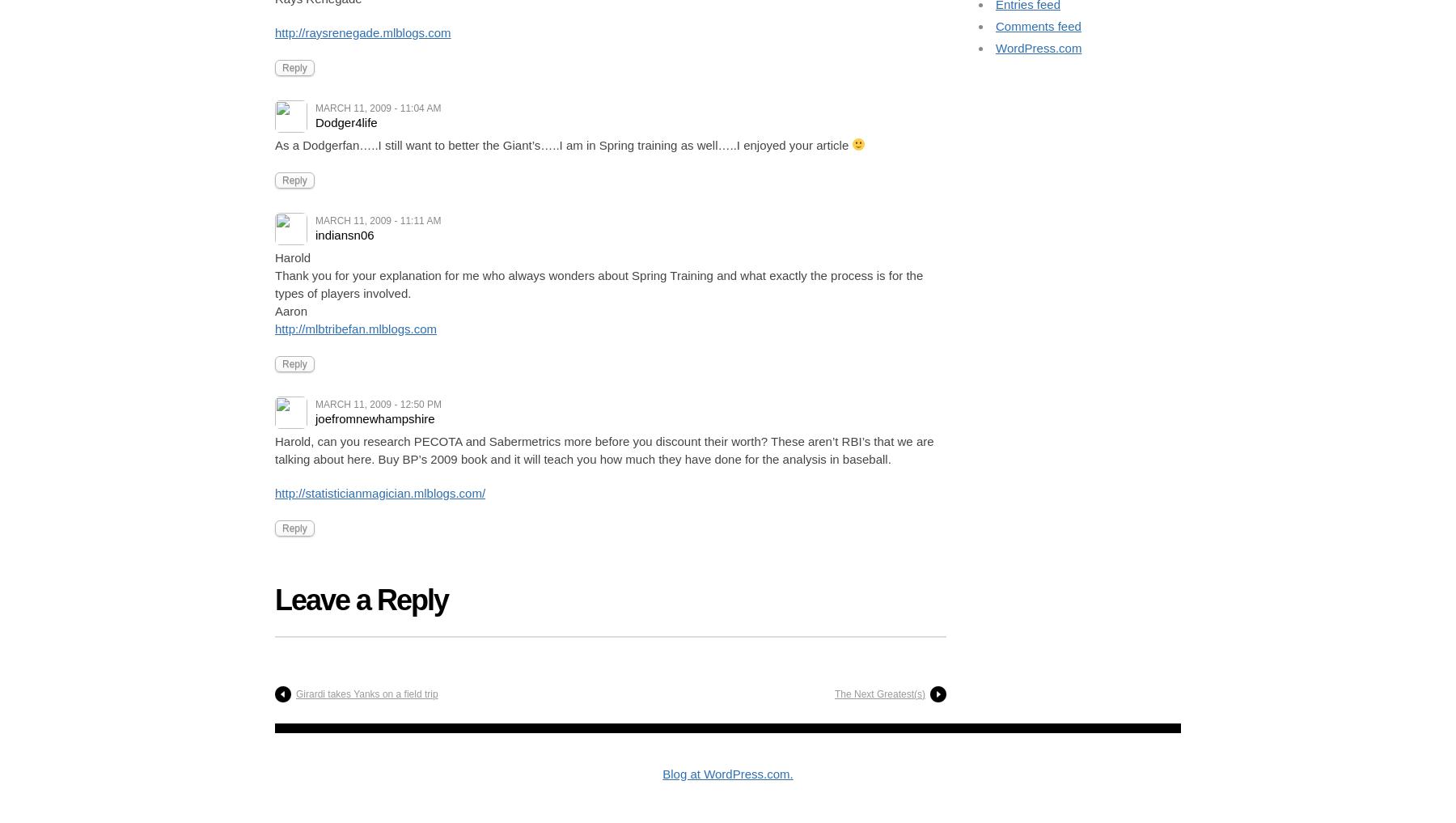 The width and height of the screenshot is (1456, 823). Describe the element at coordinates (603, 449) in the screenshot. I see `'Harold, can you research PECOTA and Sabermetrics more before you discount their worth?  These aren’t RBI’s that we are talking about here.  Buy BP’s 2009 book and it will teach you how much they have done for the analysis in baseball.'` at that location.